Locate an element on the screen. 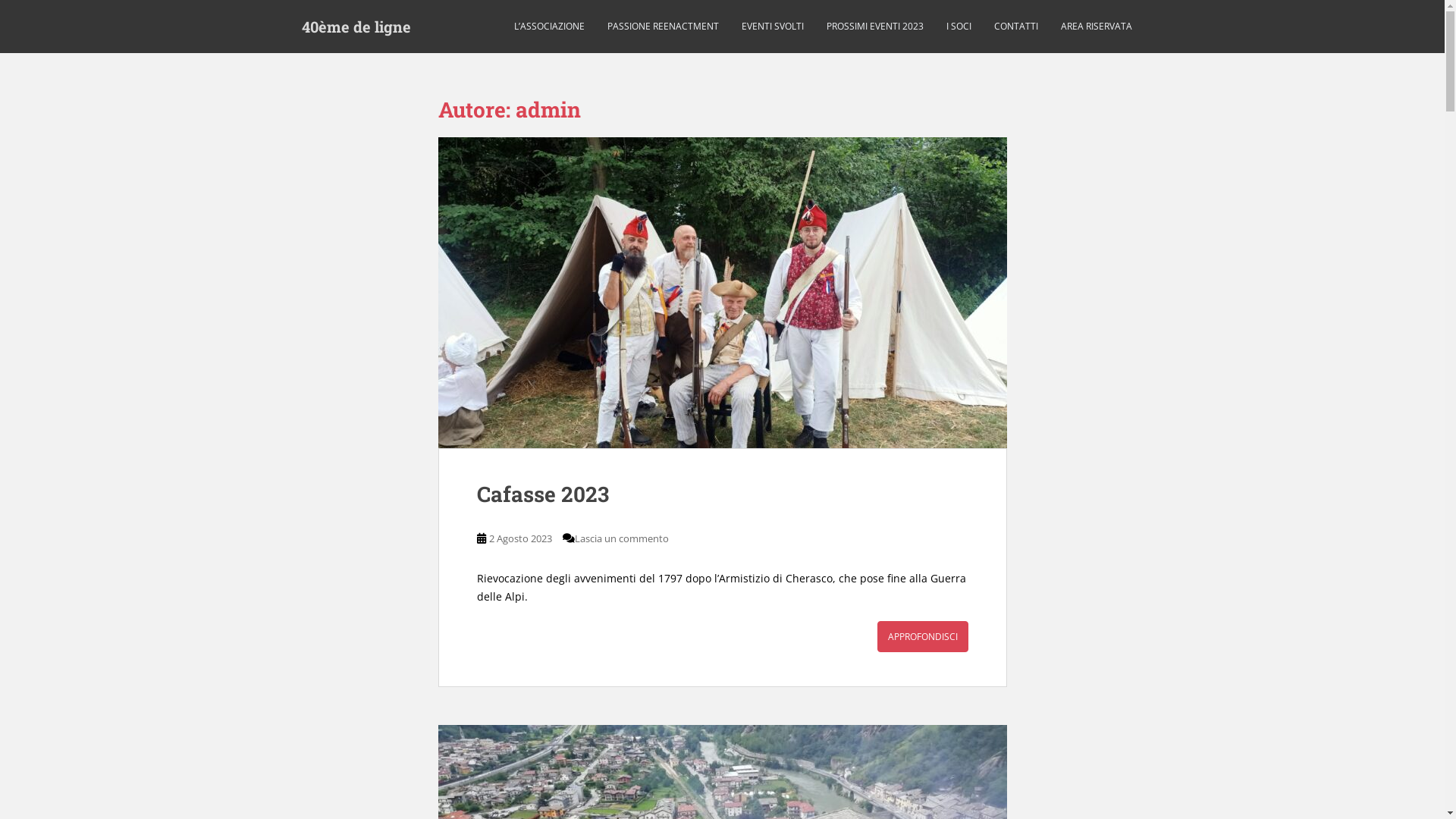 The height and width of the screenshot is (819, 1456). 'I SOCI' is located at coordinates (946, 26).